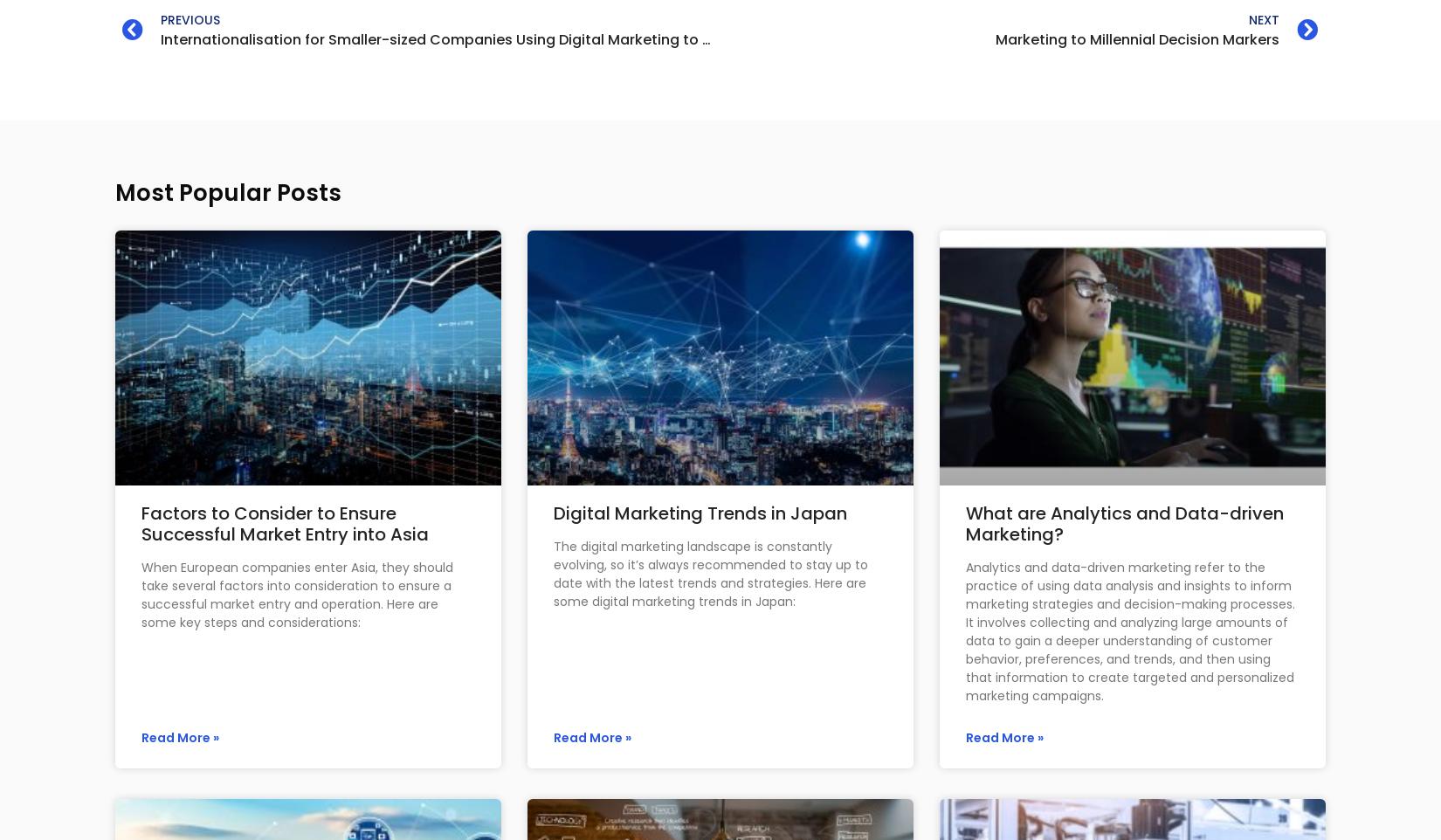 The height and width of the screenshot is (840, 1441). I want to click on 'Internationalisation for Smaller-sized Companies Using Digital Marketing to Go into Overseas Markets', so click(522, 38).